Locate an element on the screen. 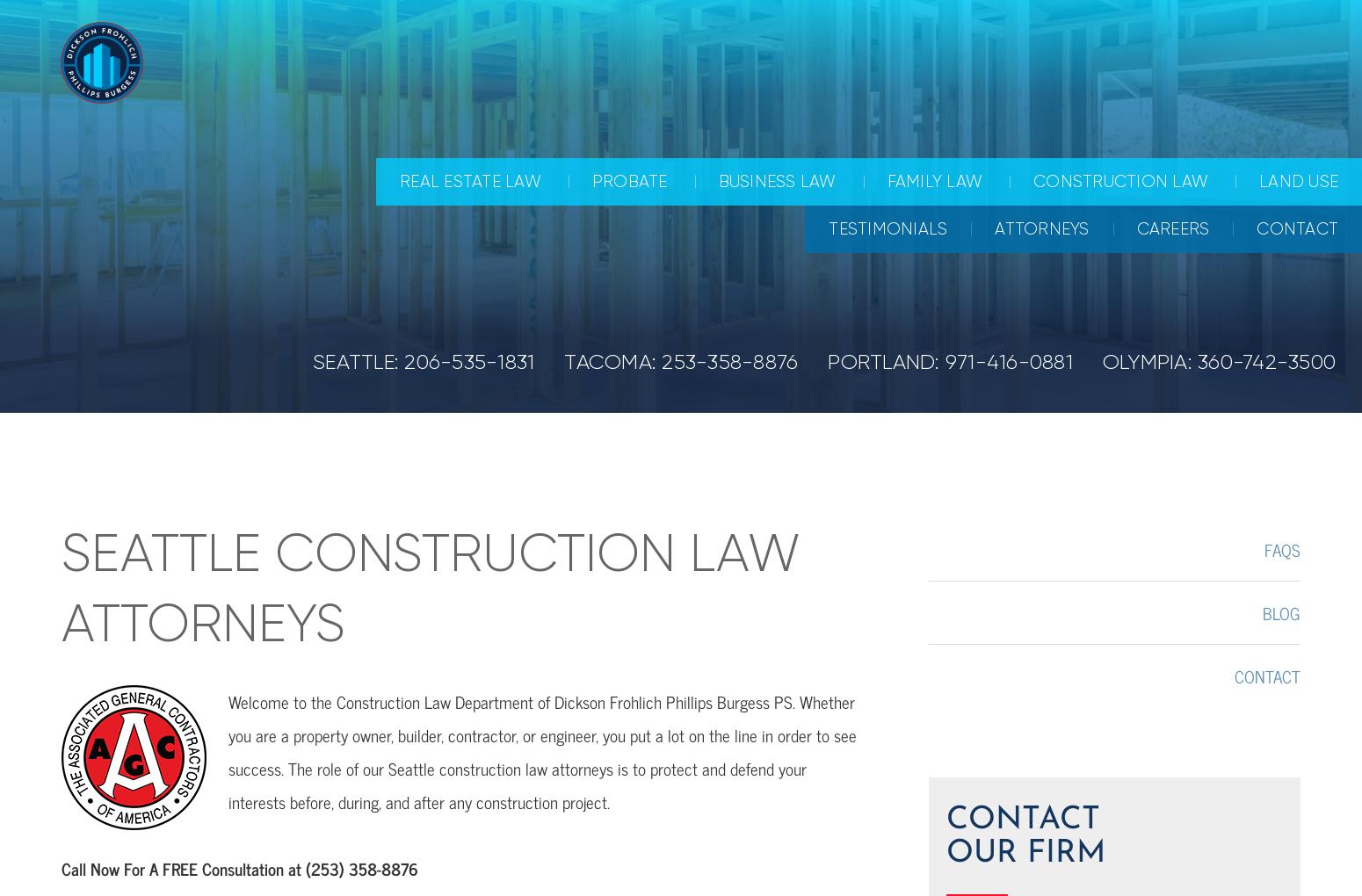 This screenshot has height=896, width=1362. 'PORTLAND:' is located at coordinates (886, 361).